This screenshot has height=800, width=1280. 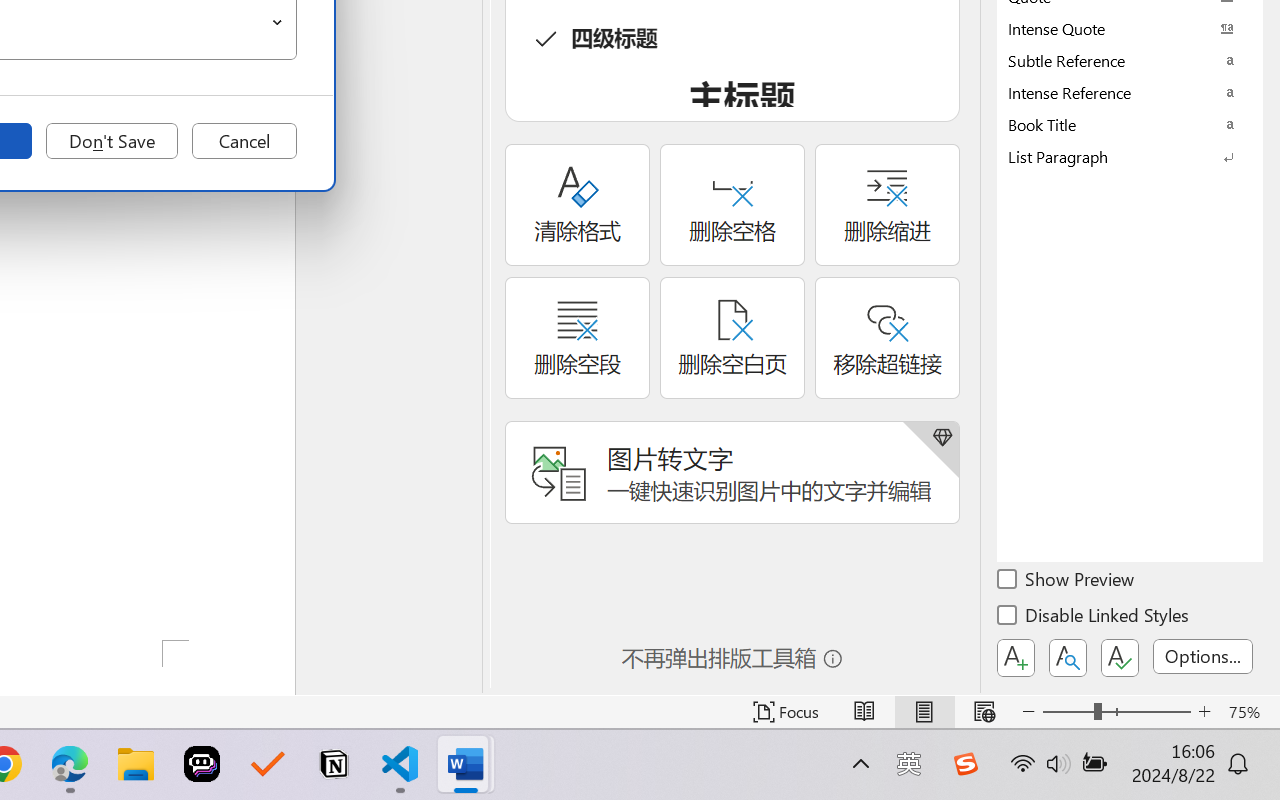 What do you see at coordinates (1130, 92) in the screenshot?
I see `'Intense Reference'` at bounding box center [1130, 92].